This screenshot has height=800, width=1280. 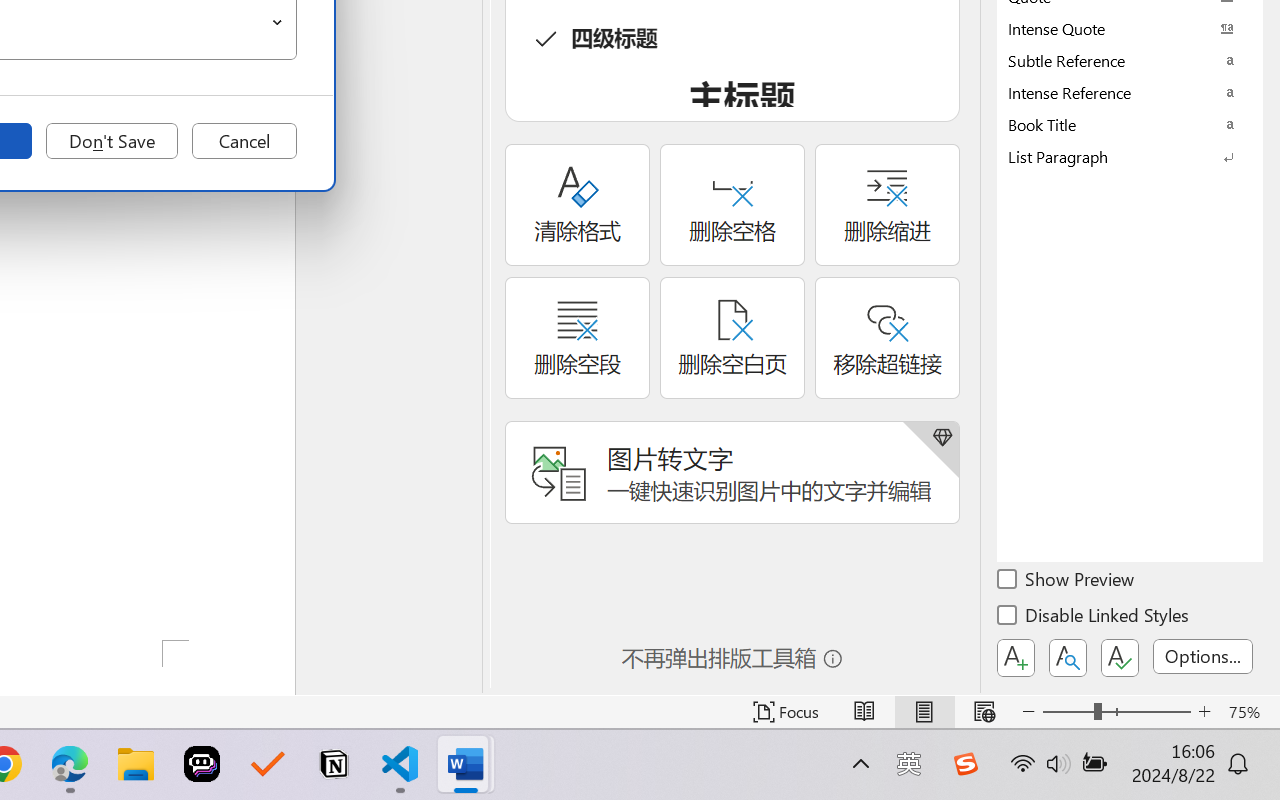 What do you see at coordinates (1130, 92) in the screenshot?
I see `'Intense Reference'` at bounding box center [1130, 92].